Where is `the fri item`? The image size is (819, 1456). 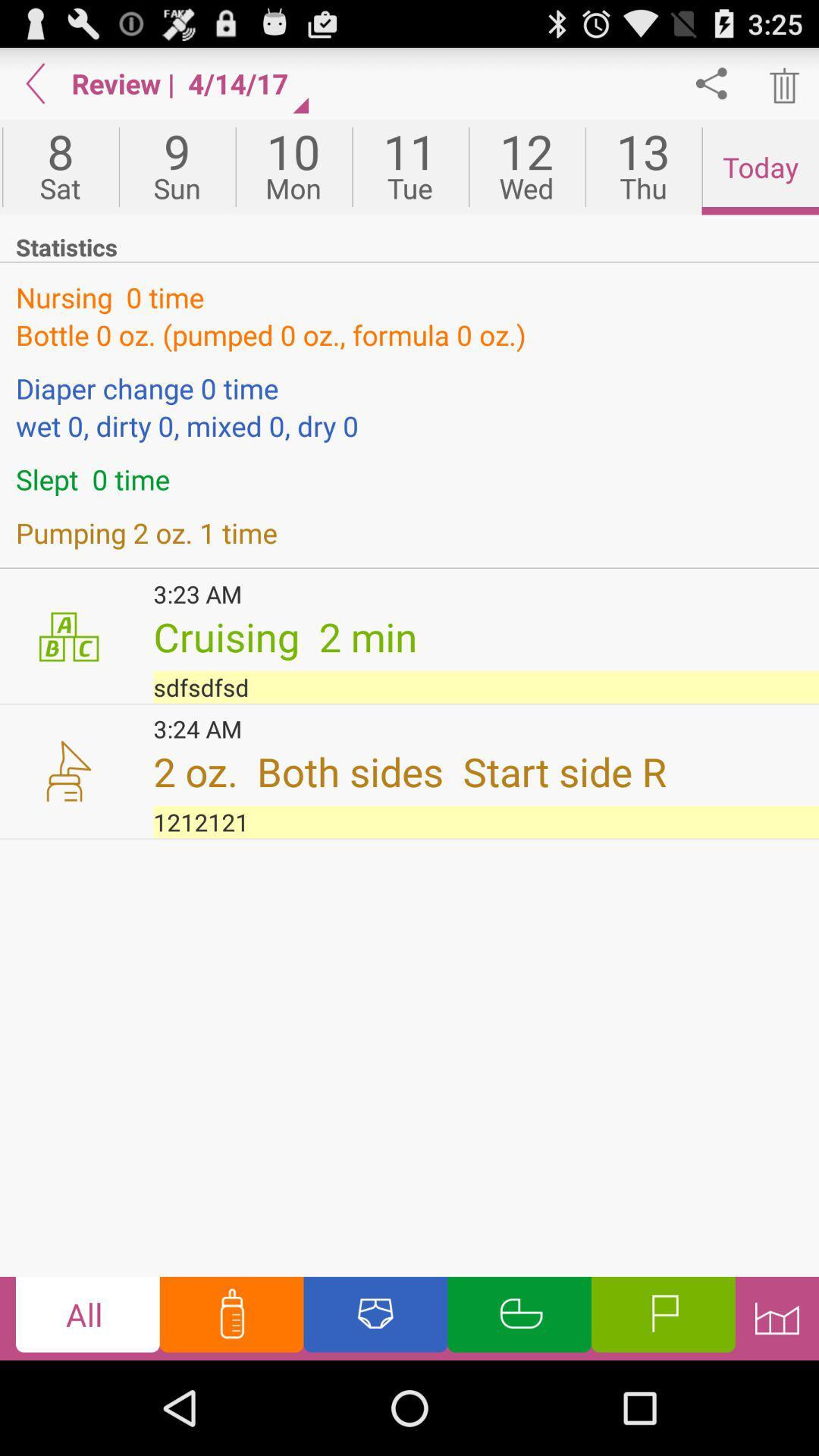 the fri item is located at coordinates (1, 167).